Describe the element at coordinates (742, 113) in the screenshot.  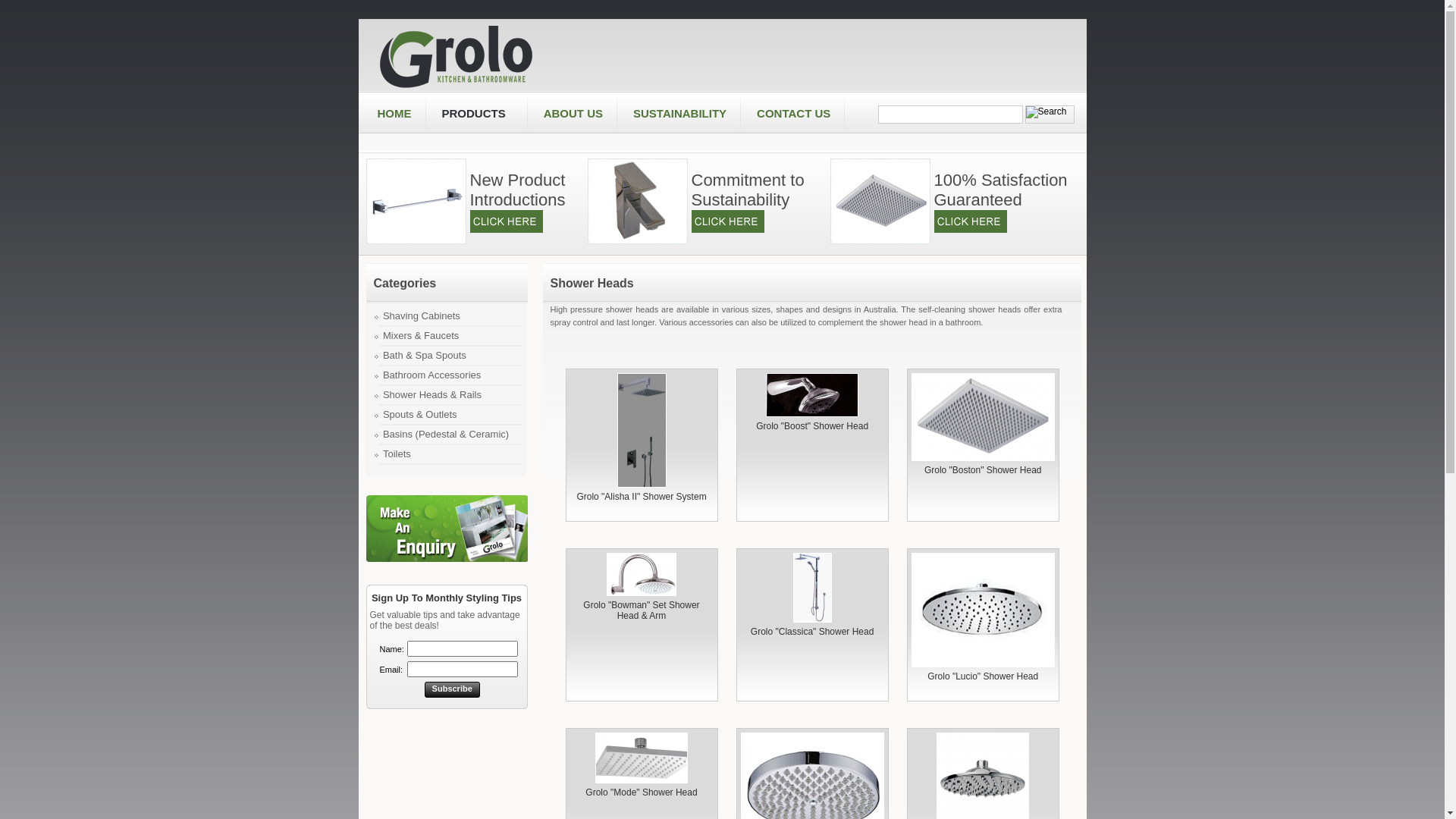
I see `'CONTACT US'` at that location.